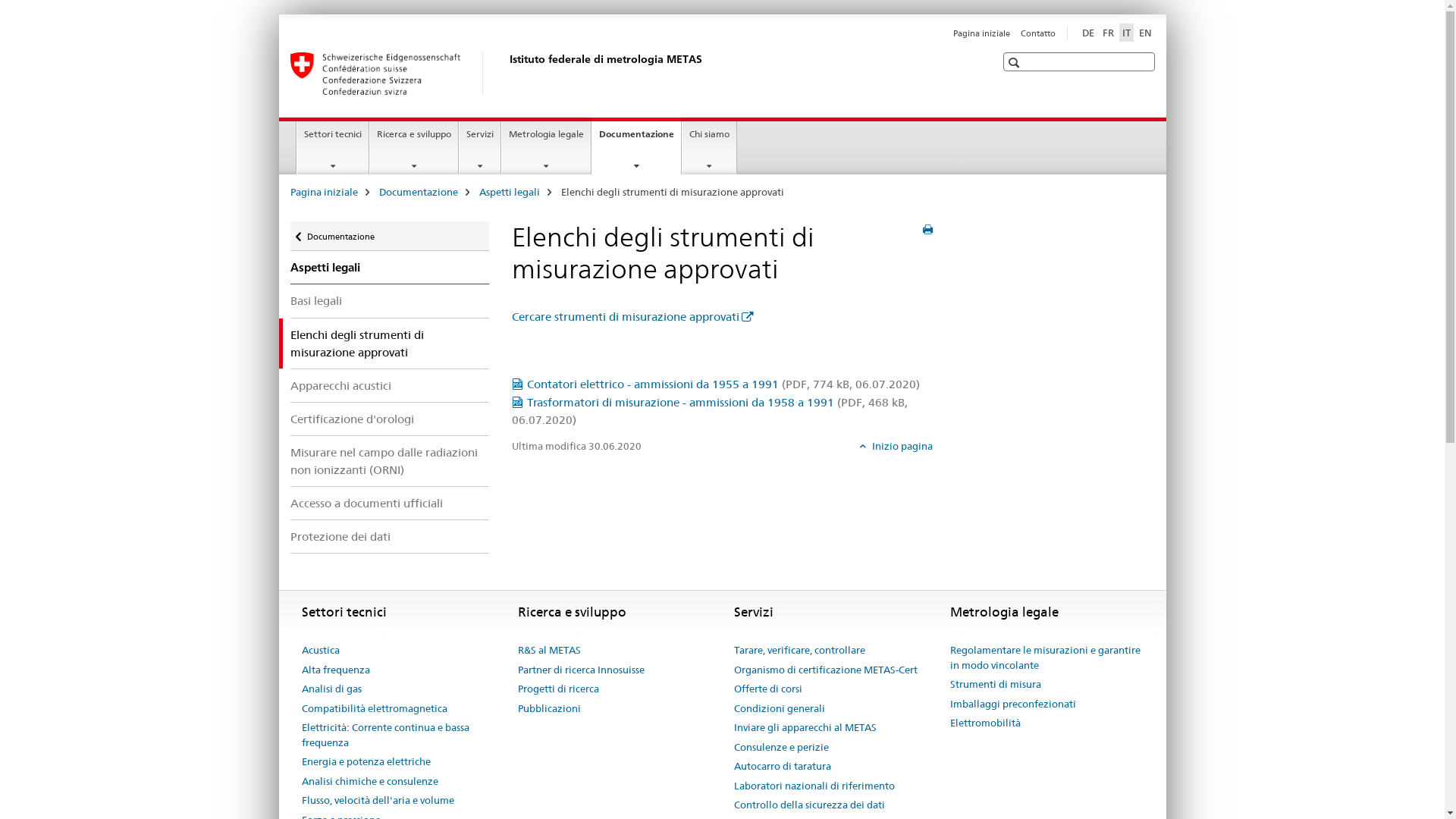 The height and width of the screenshot is (819, 1456). Describe the element at coordinates (548, 708) in the screenshot. I see `'Pubblicazioni'` at that location.